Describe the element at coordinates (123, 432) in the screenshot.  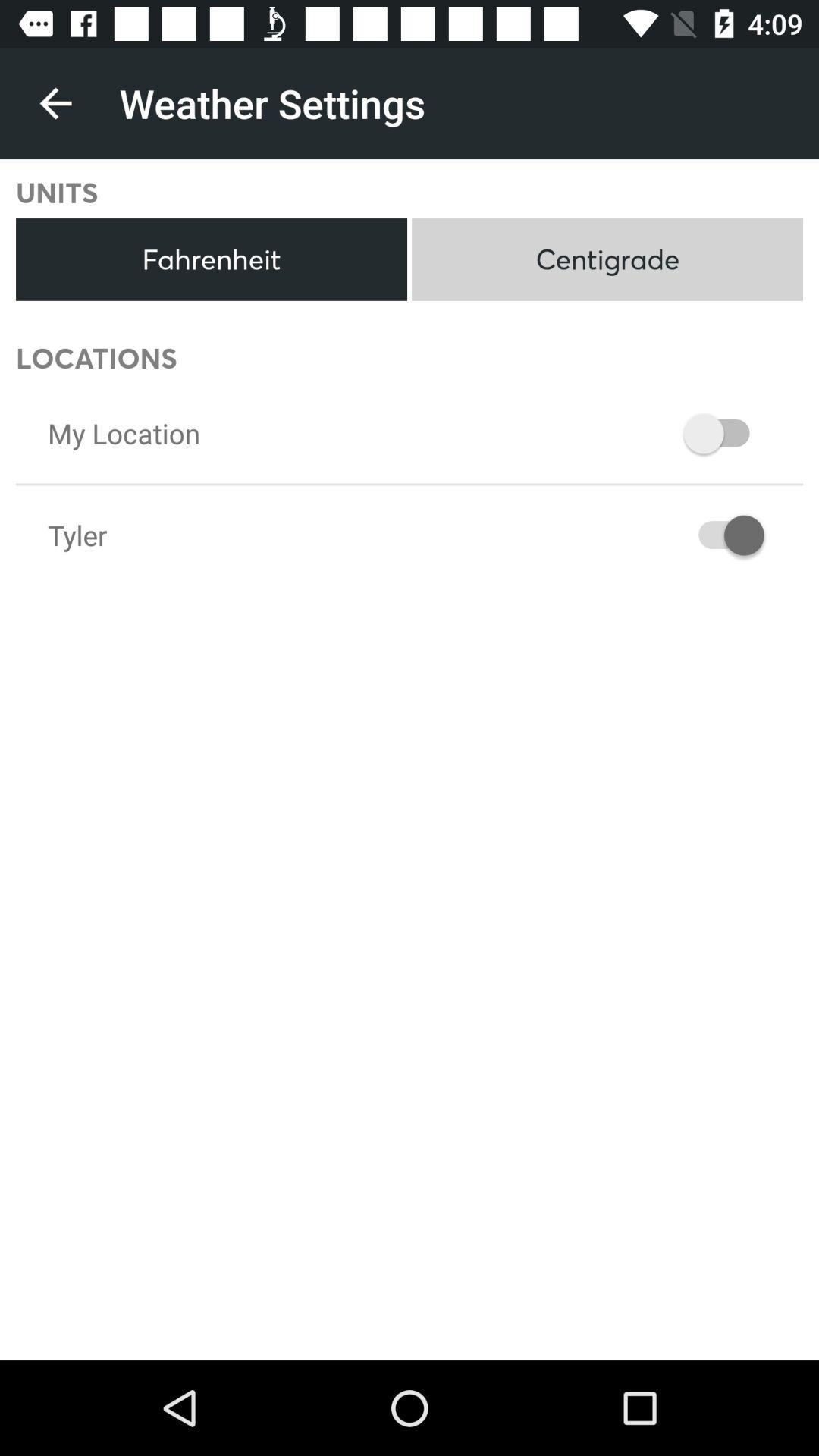
I see `my location` at that location.